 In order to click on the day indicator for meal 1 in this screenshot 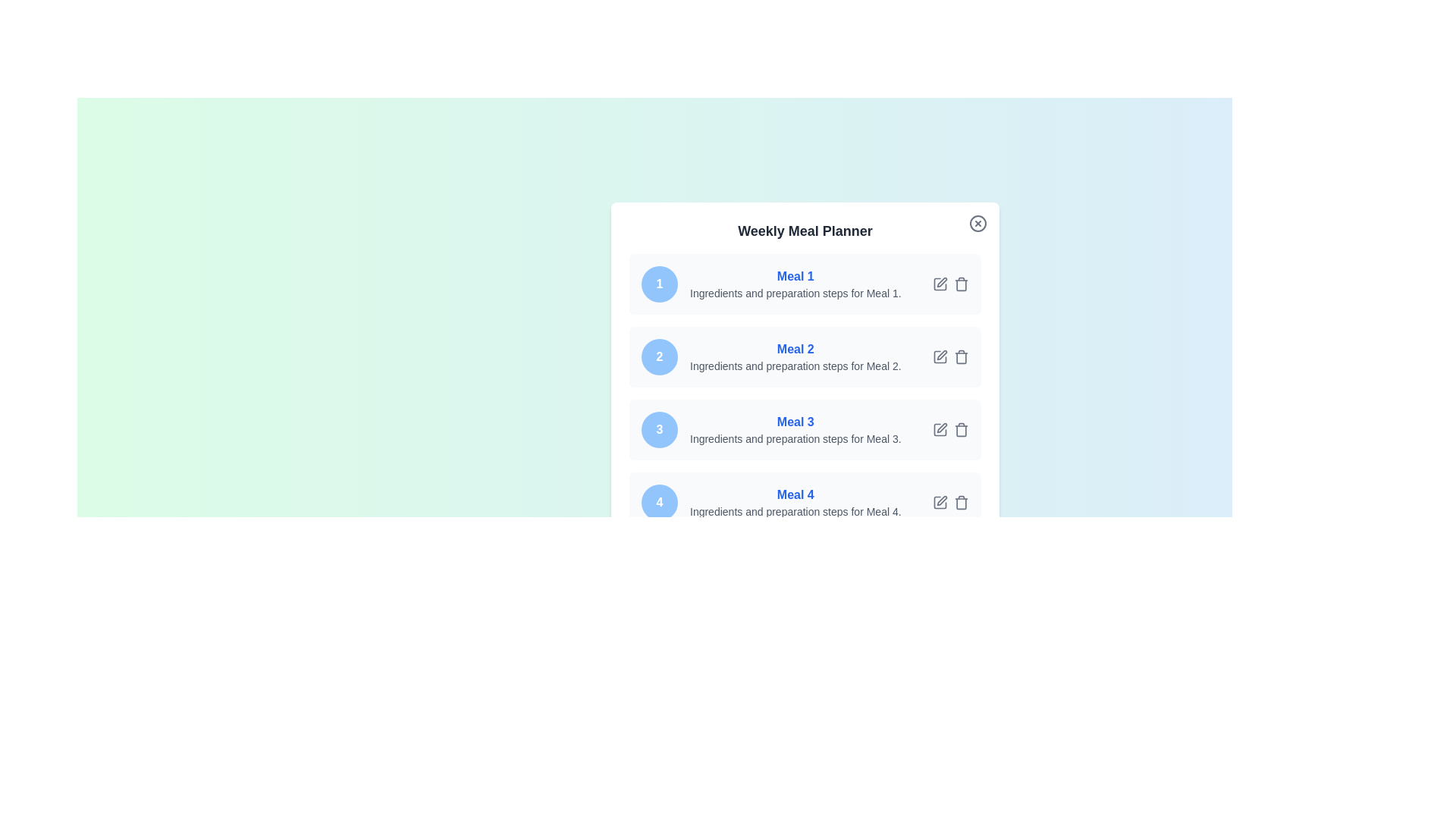, I will do `click(659, 284)`.